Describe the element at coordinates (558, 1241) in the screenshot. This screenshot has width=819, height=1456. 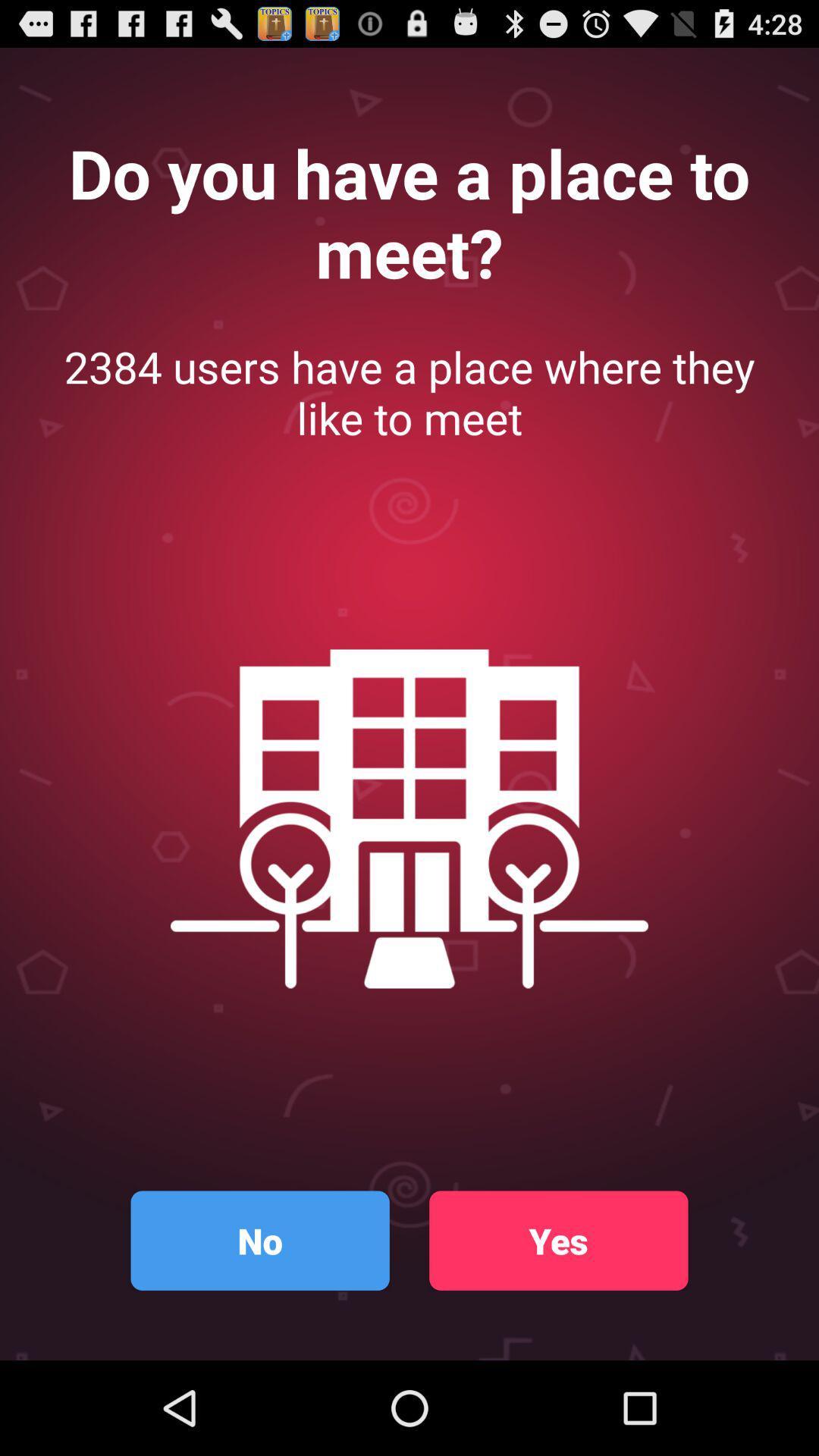
I see `icon to the right of the no` at that location.